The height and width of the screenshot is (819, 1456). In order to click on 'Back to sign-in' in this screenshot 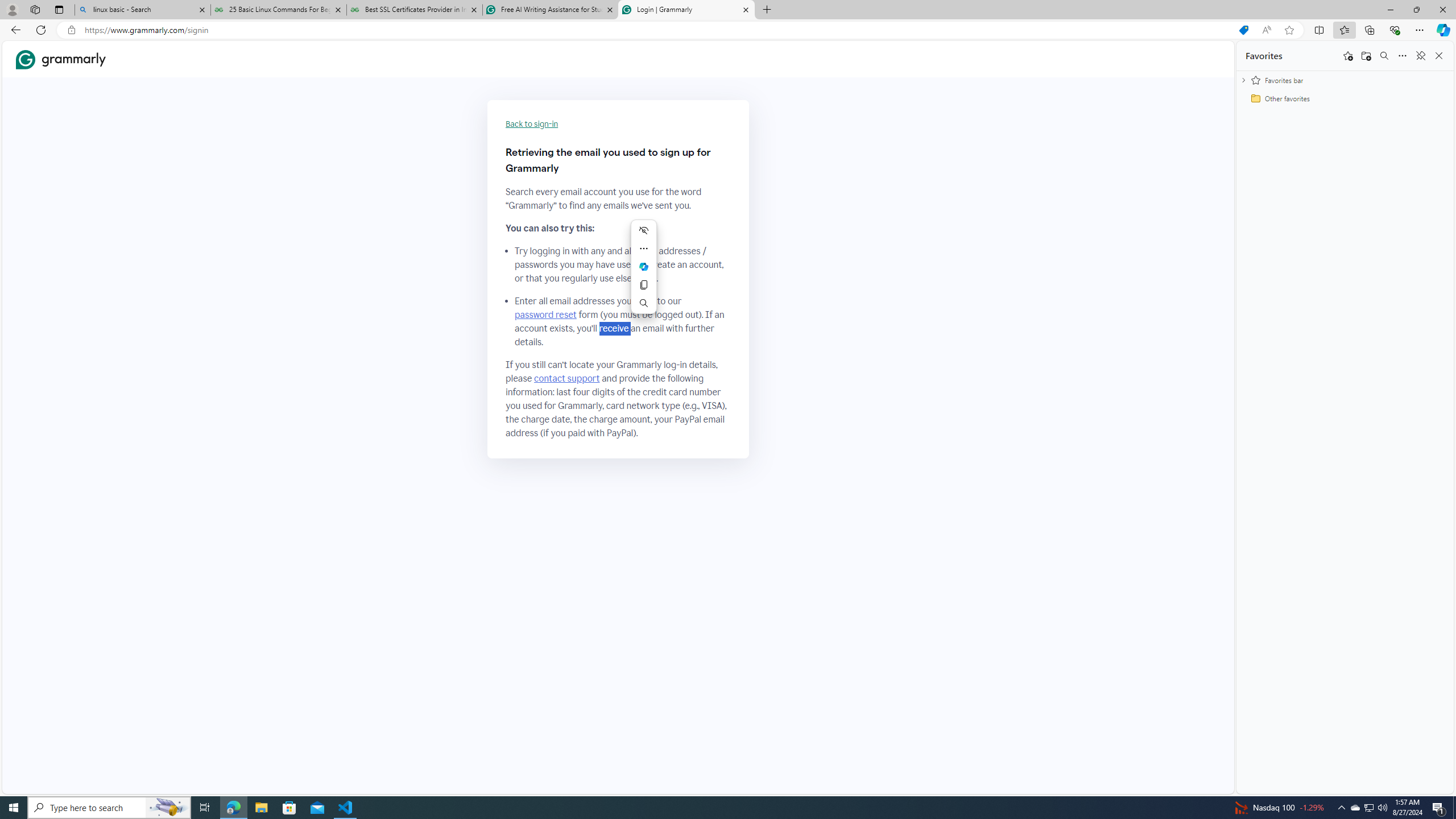, I will do `click(531, 124)`.